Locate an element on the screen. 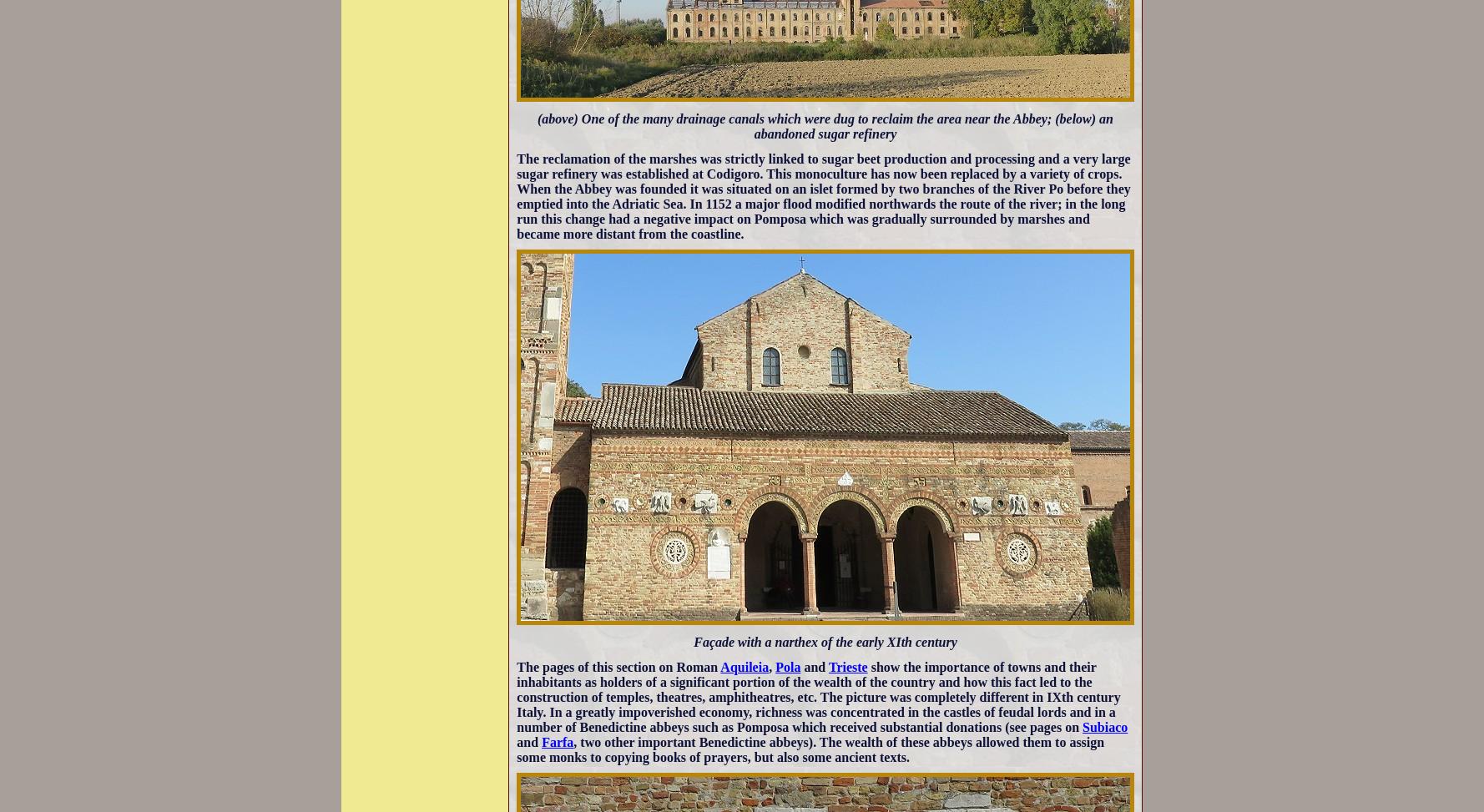 The image size is (1484, 812). 'The pages of this section on Roman' is located at coordinates (618, 665).